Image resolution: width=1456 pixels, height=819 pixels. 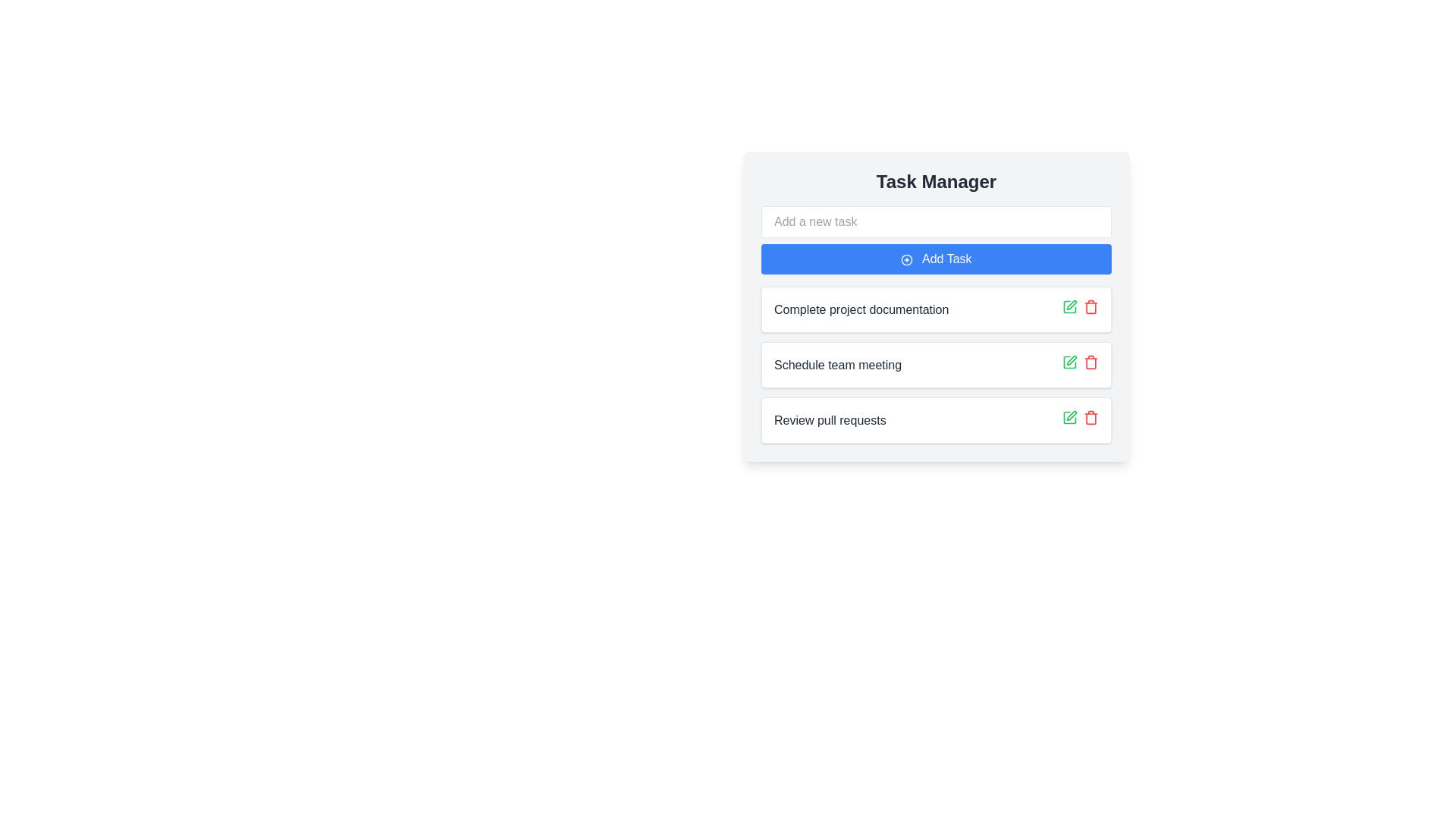 I want to click on the delete action icon button for the task 'Review pull requests' in the Task Manager application, so click(x=1090, y=362).